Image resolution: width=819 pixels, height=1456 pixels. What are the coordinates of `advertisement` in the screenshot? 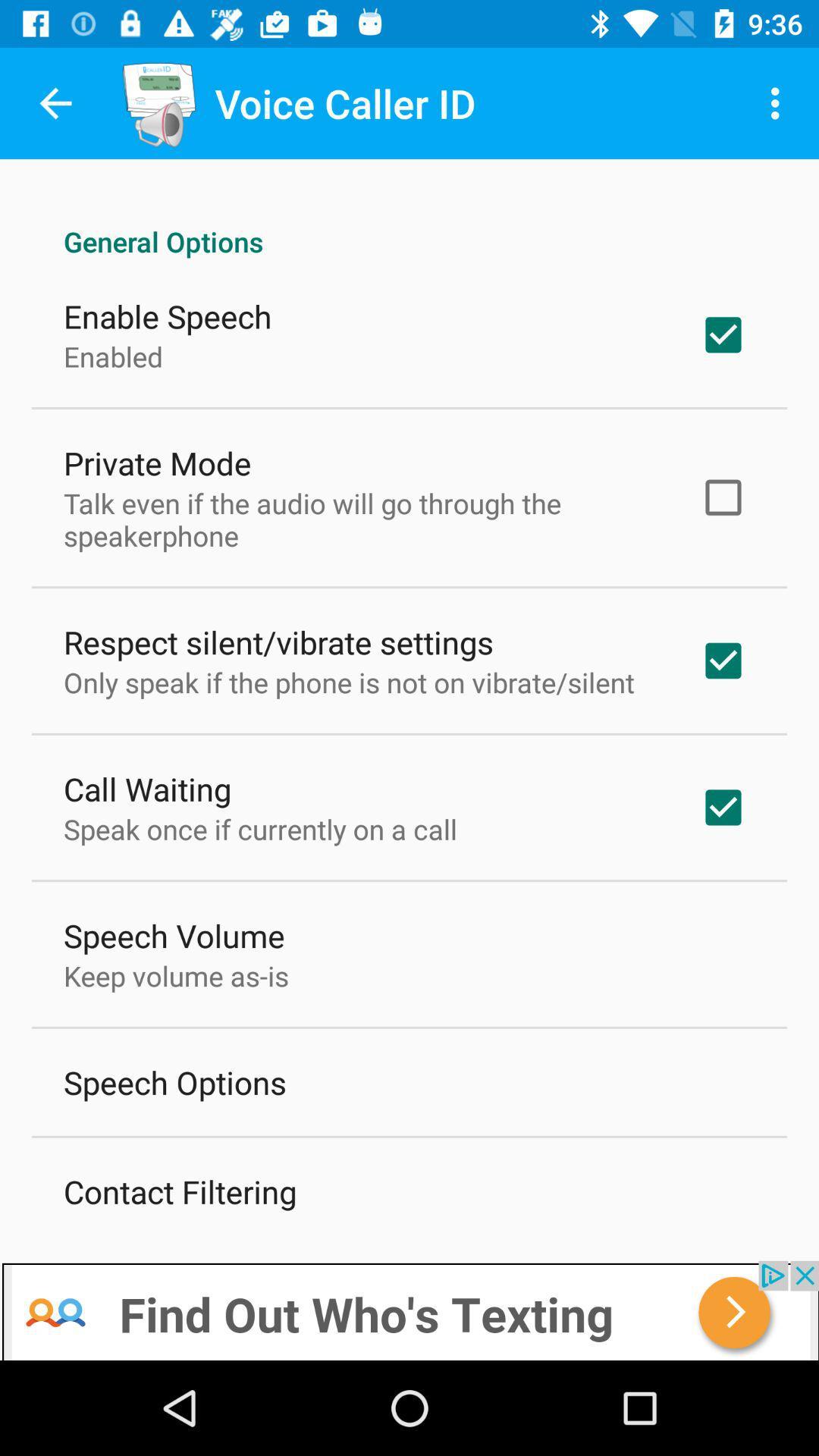 It's located at (409, 1310).